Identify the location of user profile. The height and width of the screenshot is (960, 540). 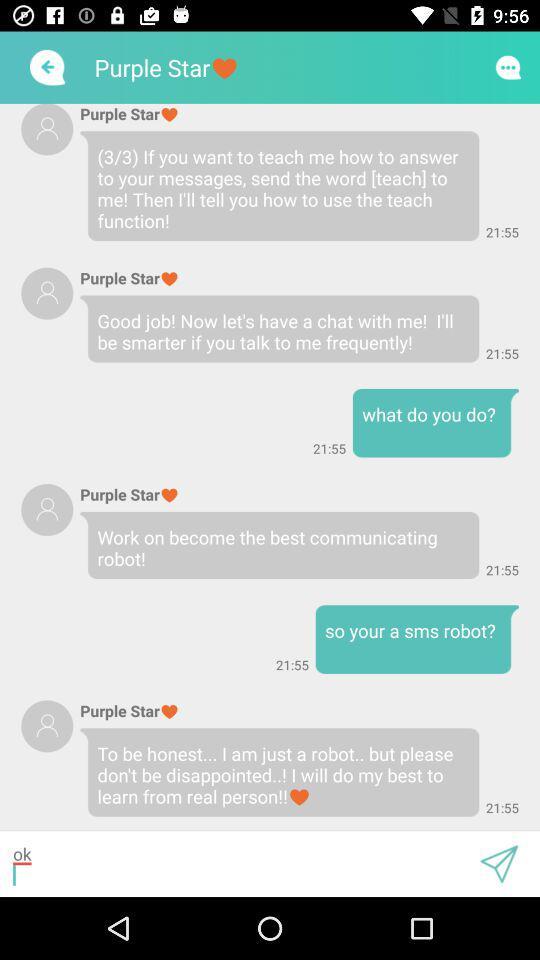
(47, 725).